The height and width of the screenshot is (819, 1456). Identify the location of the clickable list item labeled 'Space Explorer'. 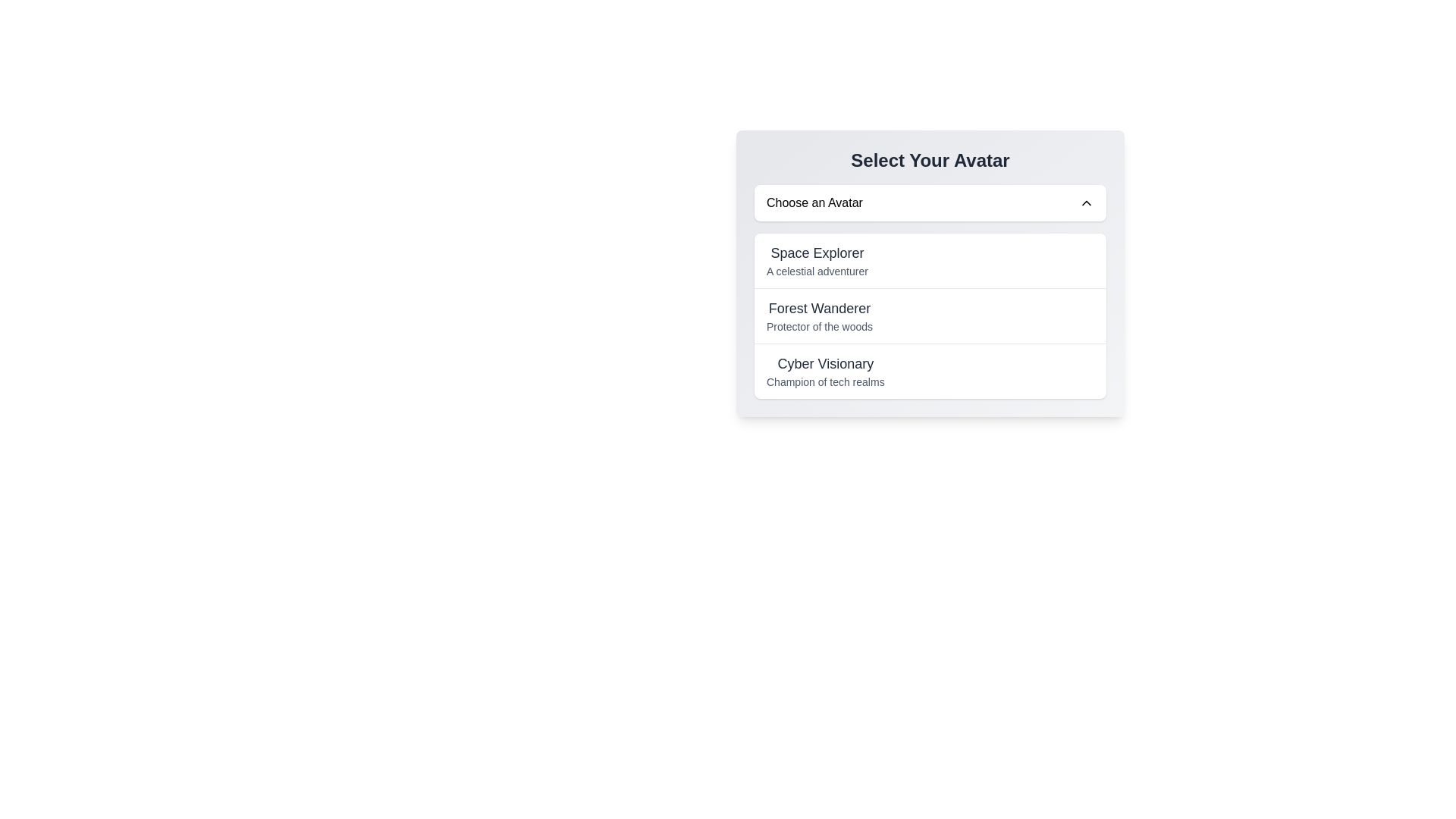
(930, 259).